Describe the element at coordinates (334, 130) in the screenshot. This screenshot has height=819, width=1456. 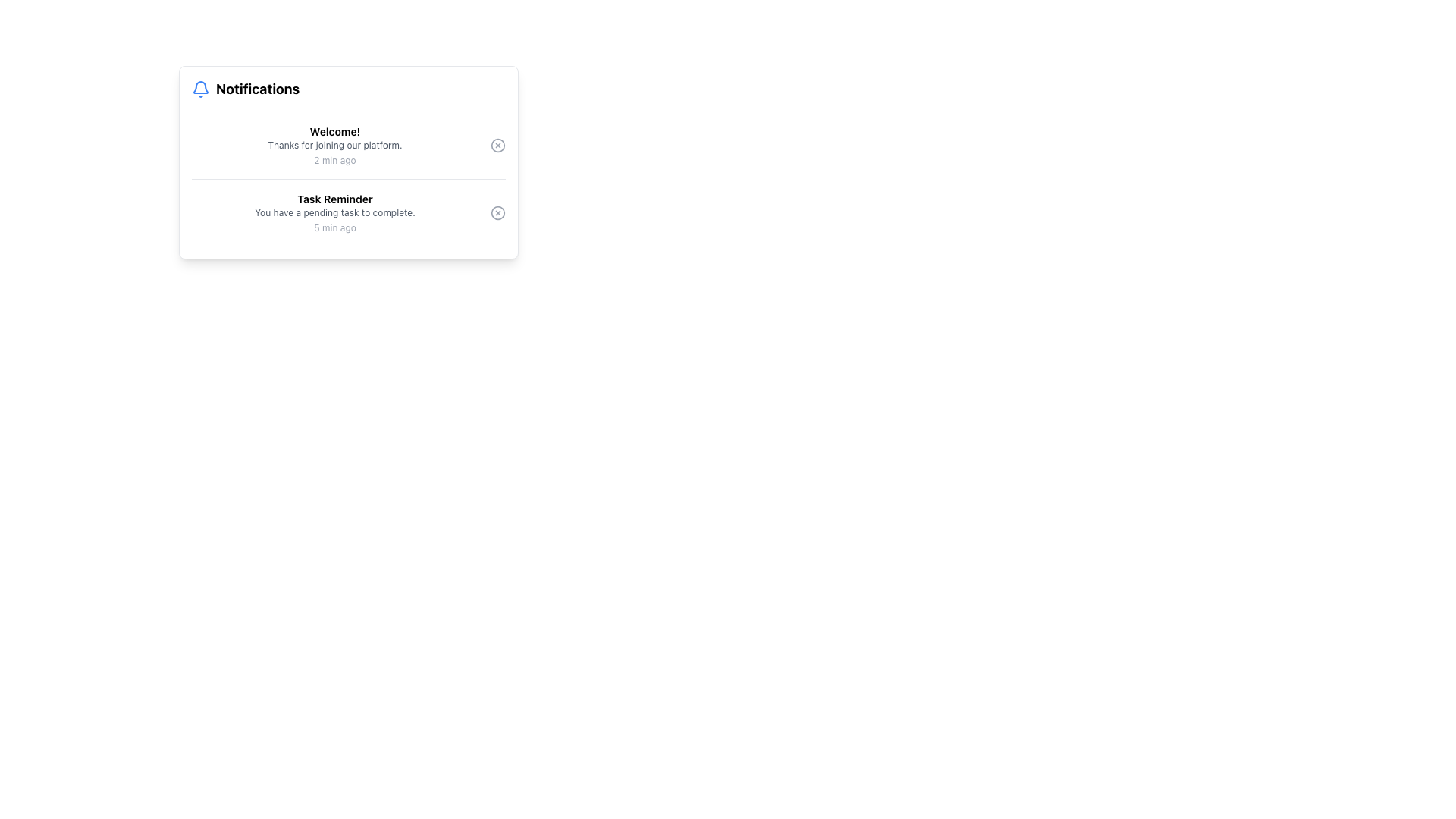
I see `the bold text label that reads 'Welcome!' at the top of the notification card` at that location.